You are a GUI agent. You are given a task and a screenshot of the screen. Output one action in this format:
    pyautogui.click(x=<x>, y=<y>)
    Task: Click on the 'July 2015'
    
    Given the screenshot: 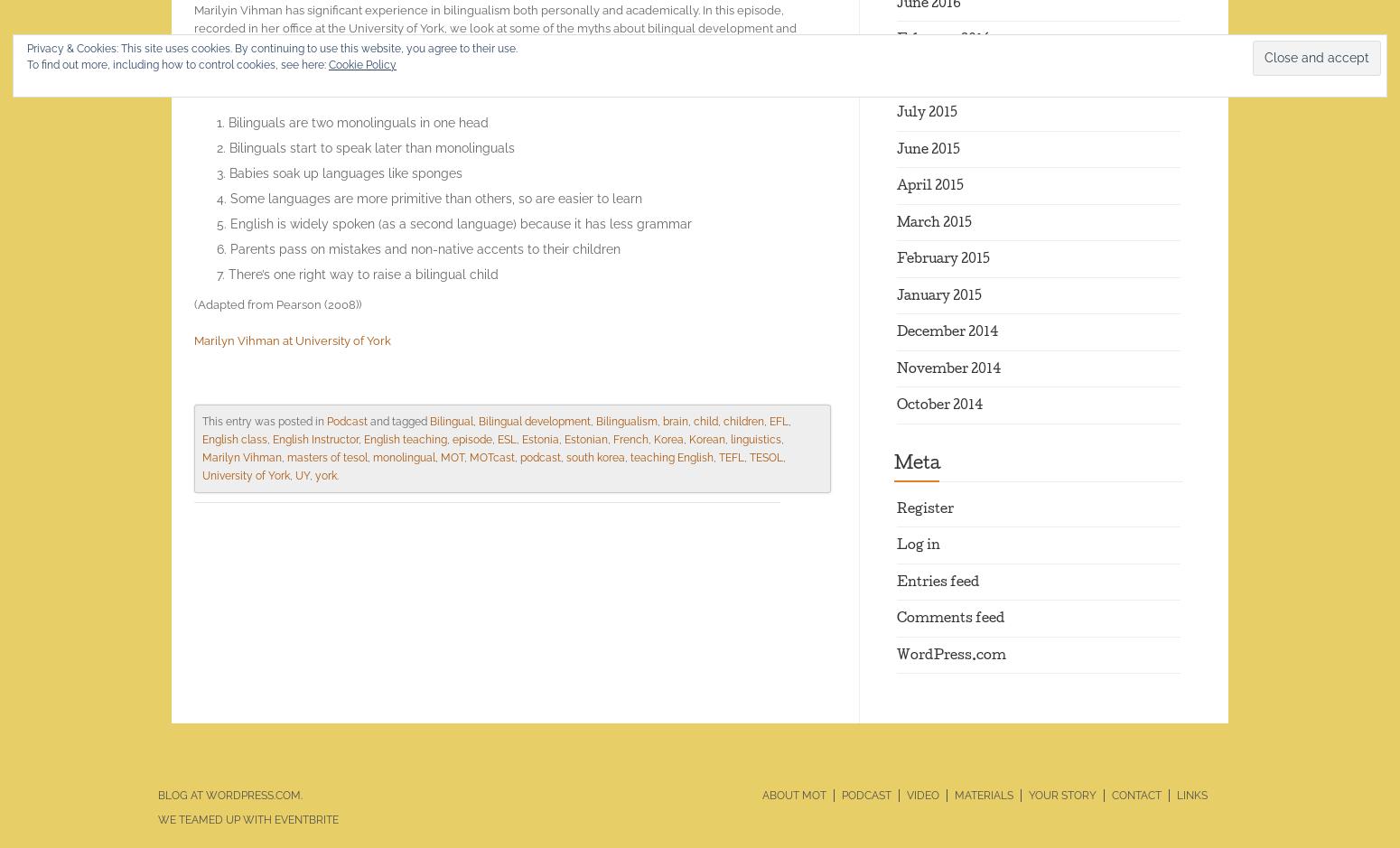 What is the action you would take?
    pyautogui.click(x=895, y=113)
    